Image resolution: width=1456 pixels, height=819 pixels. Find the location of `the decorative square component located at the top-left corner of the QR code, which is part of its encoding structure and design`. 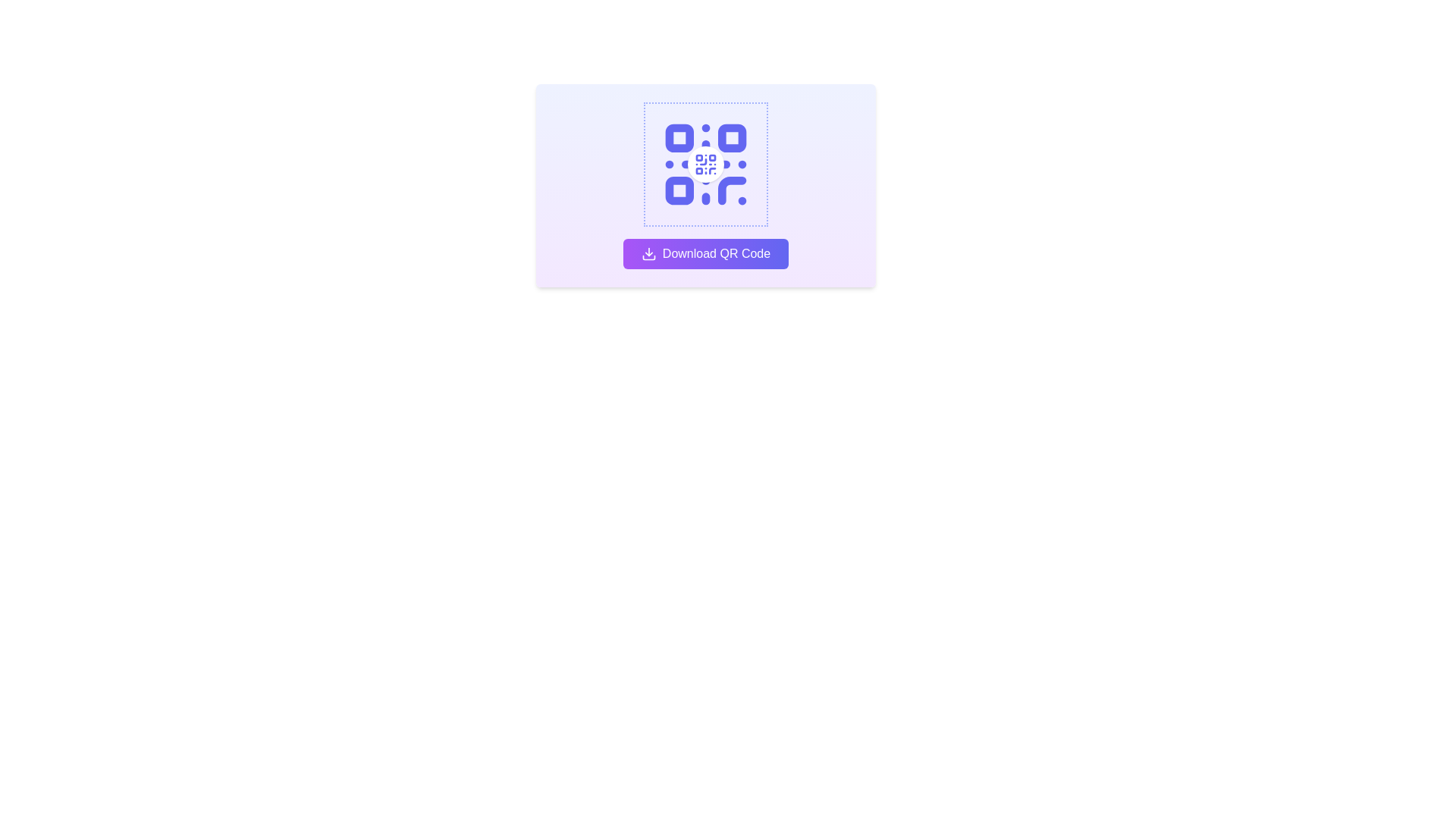

the decorative square component located at the top-left corner of the QR code, which is part of its encoding structure and design is located at coordinates (679, 138).